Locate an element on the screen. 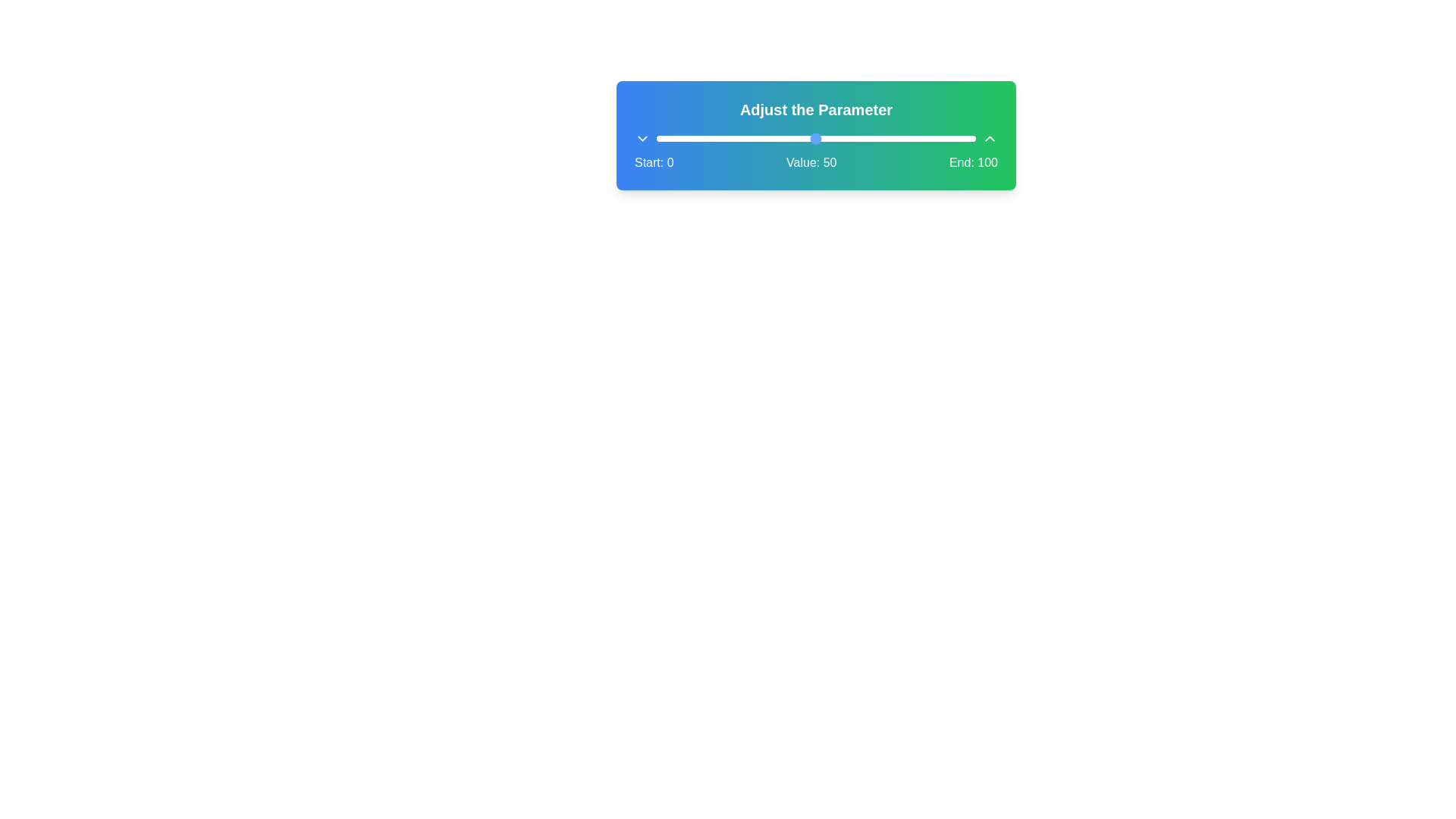 The height and width of the screenshot is (819, 1456). the slider is located at coordinates (694, 138).